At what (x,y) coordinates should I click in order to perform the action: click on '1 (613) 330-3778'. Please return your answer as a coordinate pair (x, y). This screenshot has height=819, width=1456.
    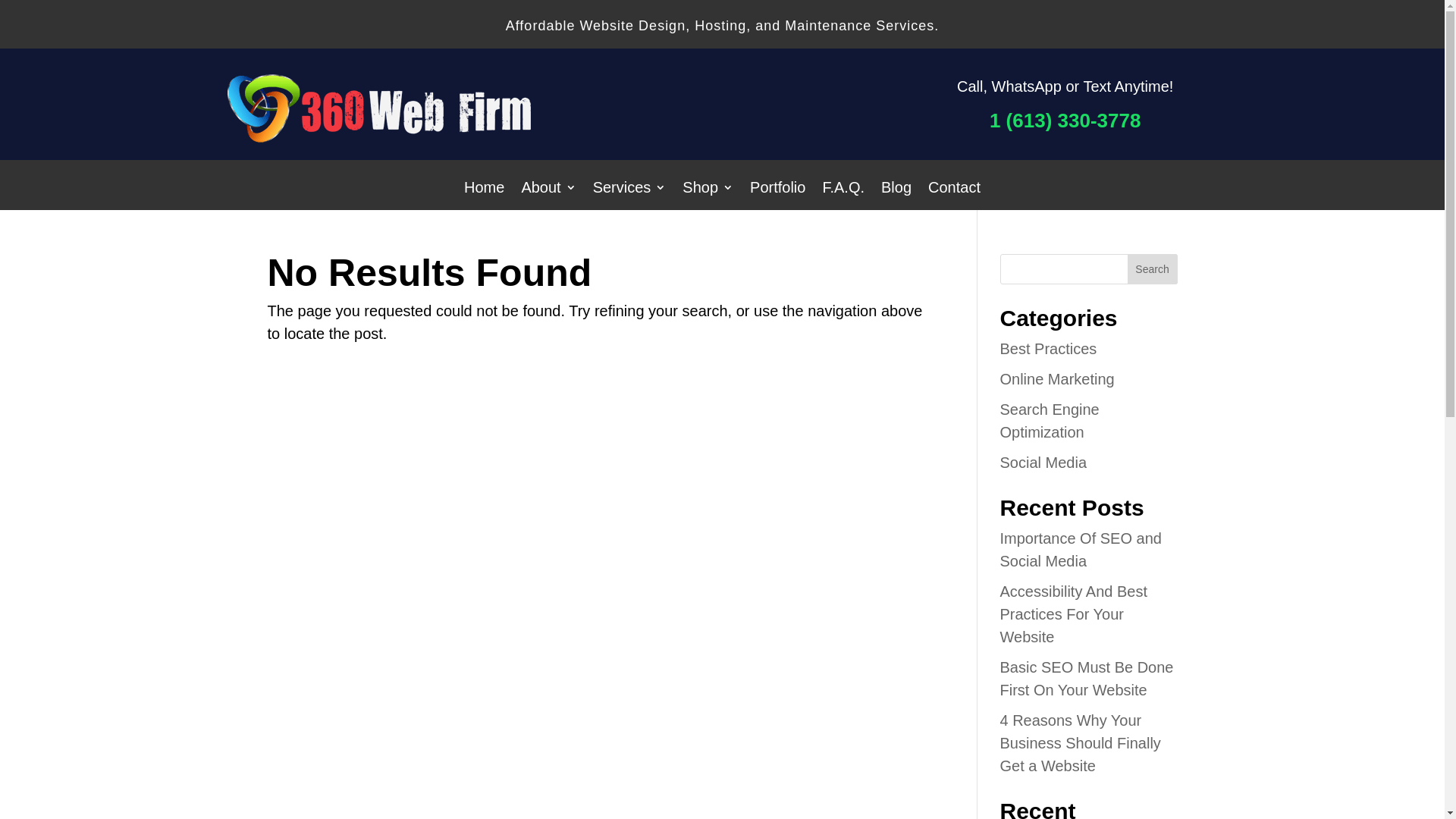
    Looking at the image, I should click on (990, 119).